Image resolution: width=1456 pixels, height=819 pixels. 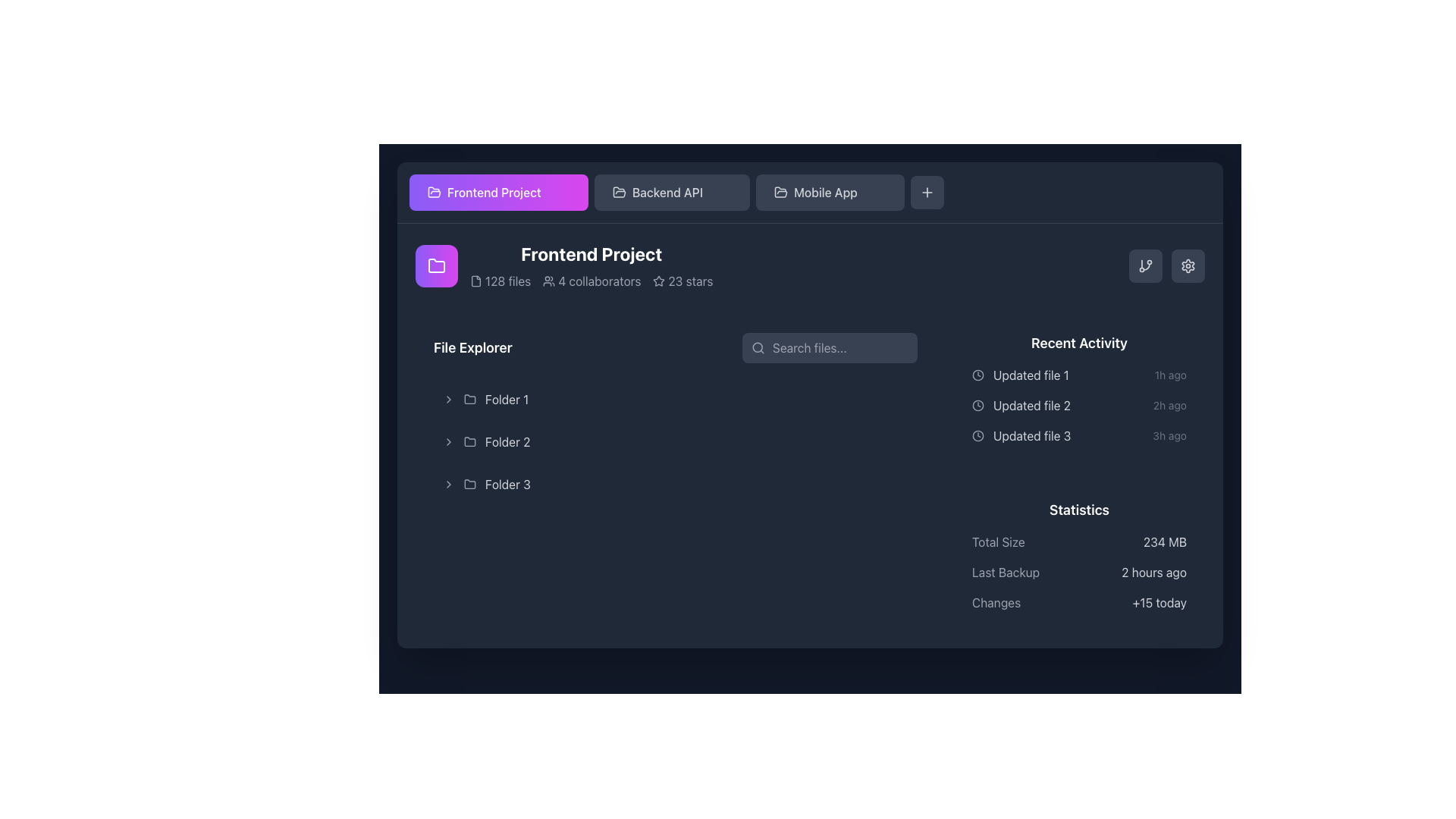 What do you see at coordinates (563, 265) in the screenshot?
I see `the Information banner displaying the project title 'Frontend Project' with icons and counts, located in the top-left section of the main content area` at bounding box center [563, 265].